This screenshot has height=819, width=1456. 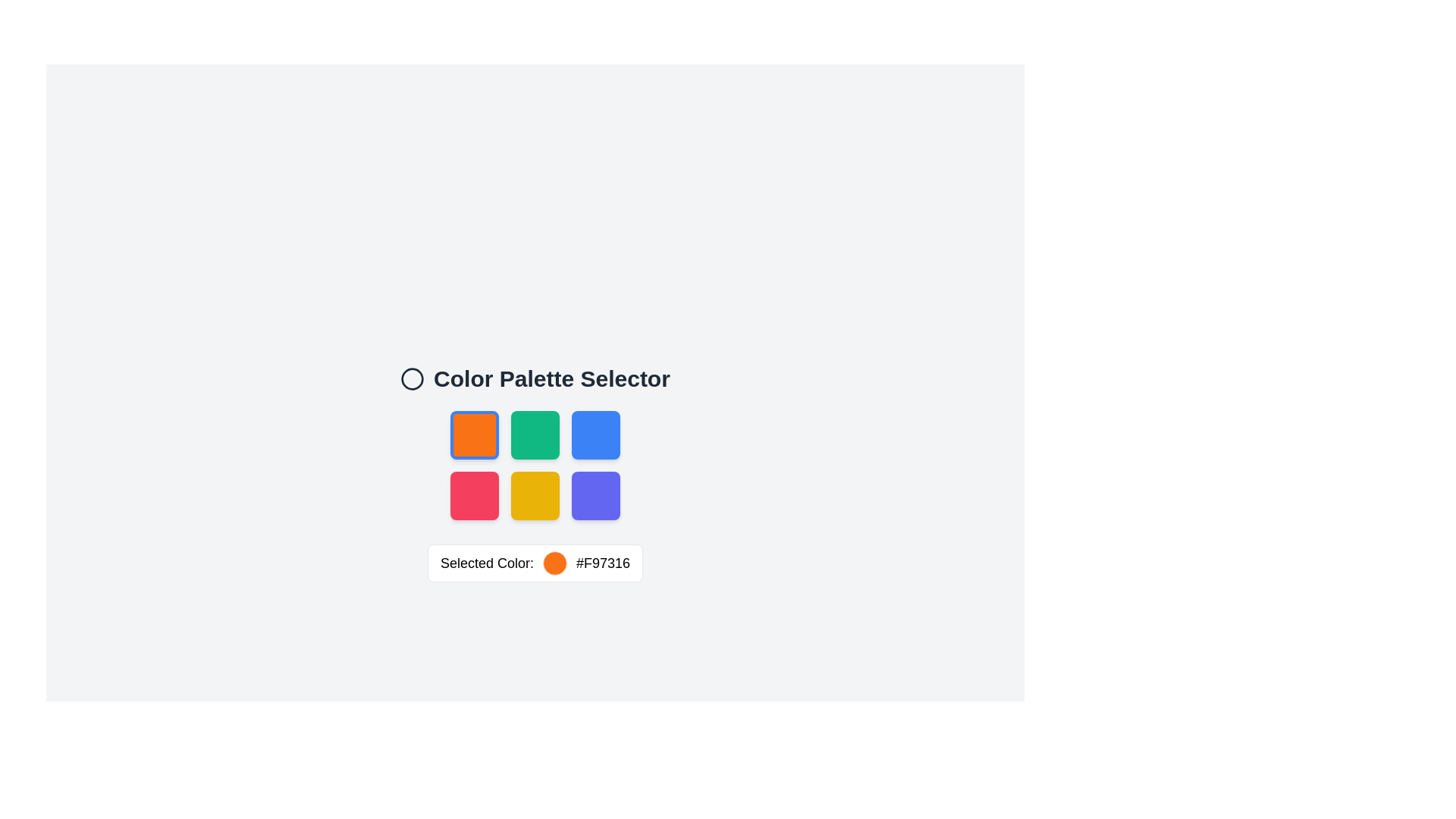 What do you see at coordinates (487, 563) in the screenshot?
I see `the Text Label that indicates the meaning of the data displayed next to the user's selected color` at bounding box center [487, 563].